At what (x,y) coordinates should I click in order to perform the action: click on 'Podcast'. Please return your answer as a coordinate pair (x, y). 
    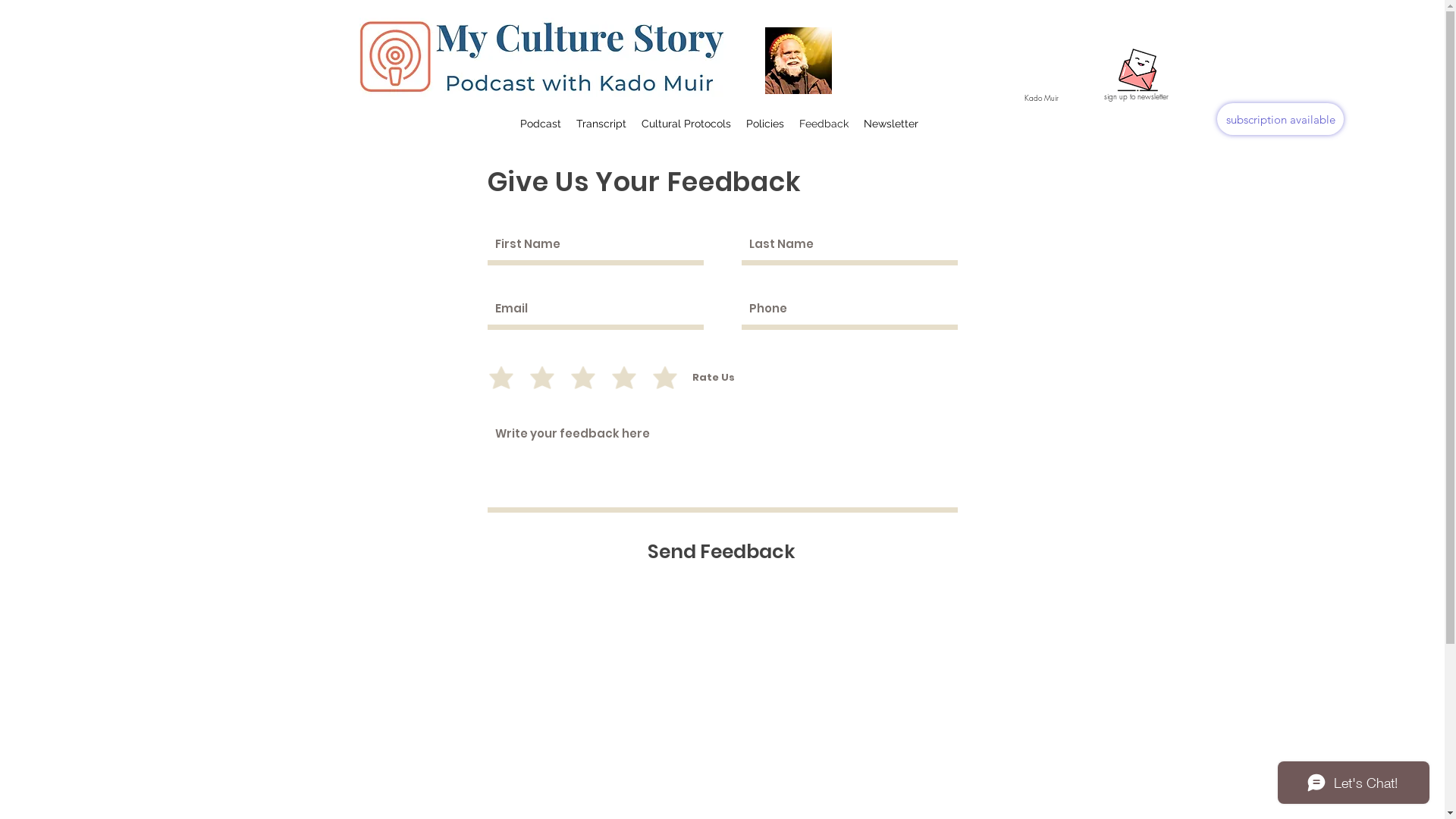
    Looking at the image, I should click on (541, 122).